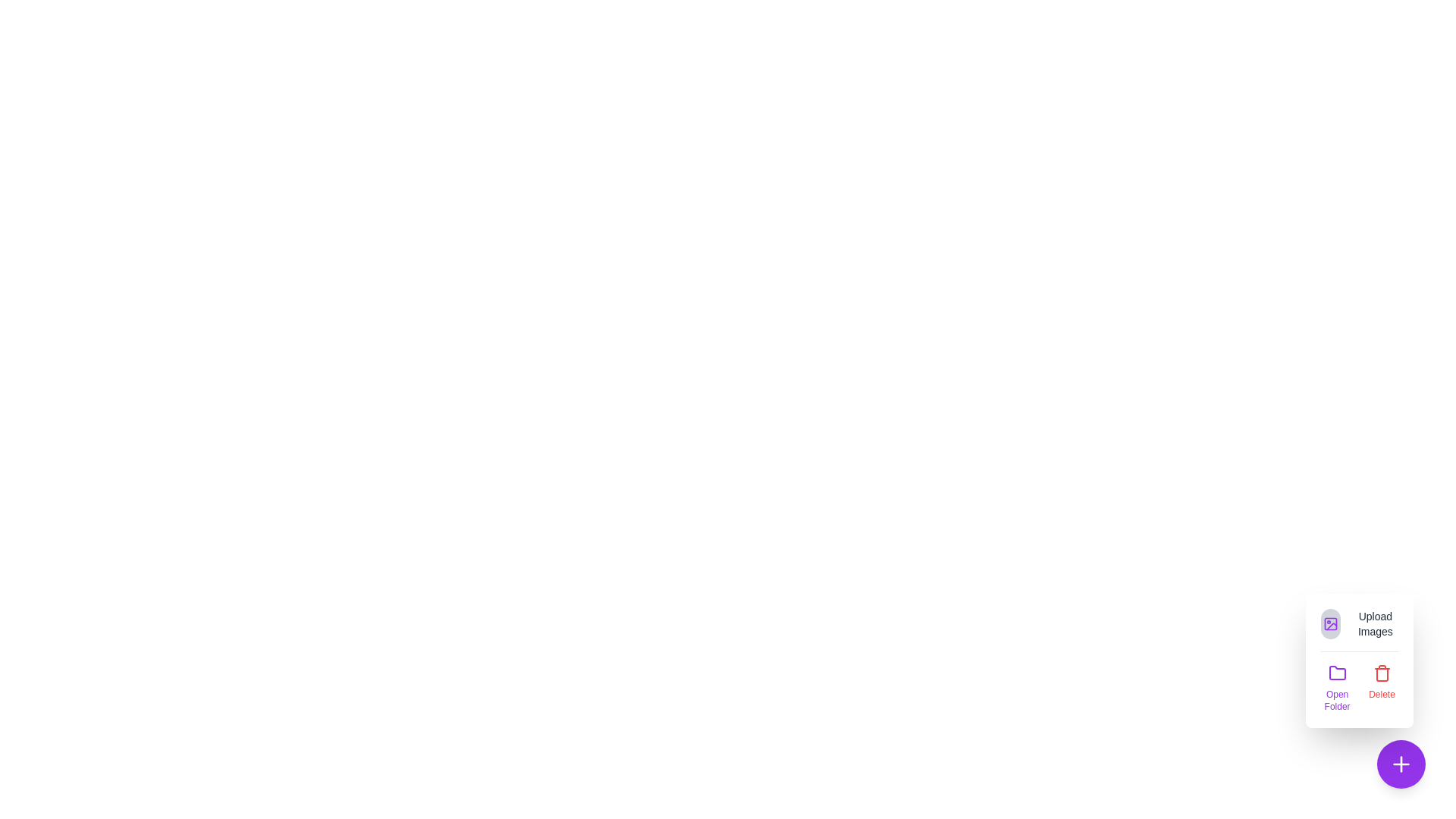 The image size is (1456, 819). I want to click on the 'Open Folder' text label, which is displayed in purple and is centrally aligned below the folder icon in the bottom-right corner of the interface, so click(1337, 701).